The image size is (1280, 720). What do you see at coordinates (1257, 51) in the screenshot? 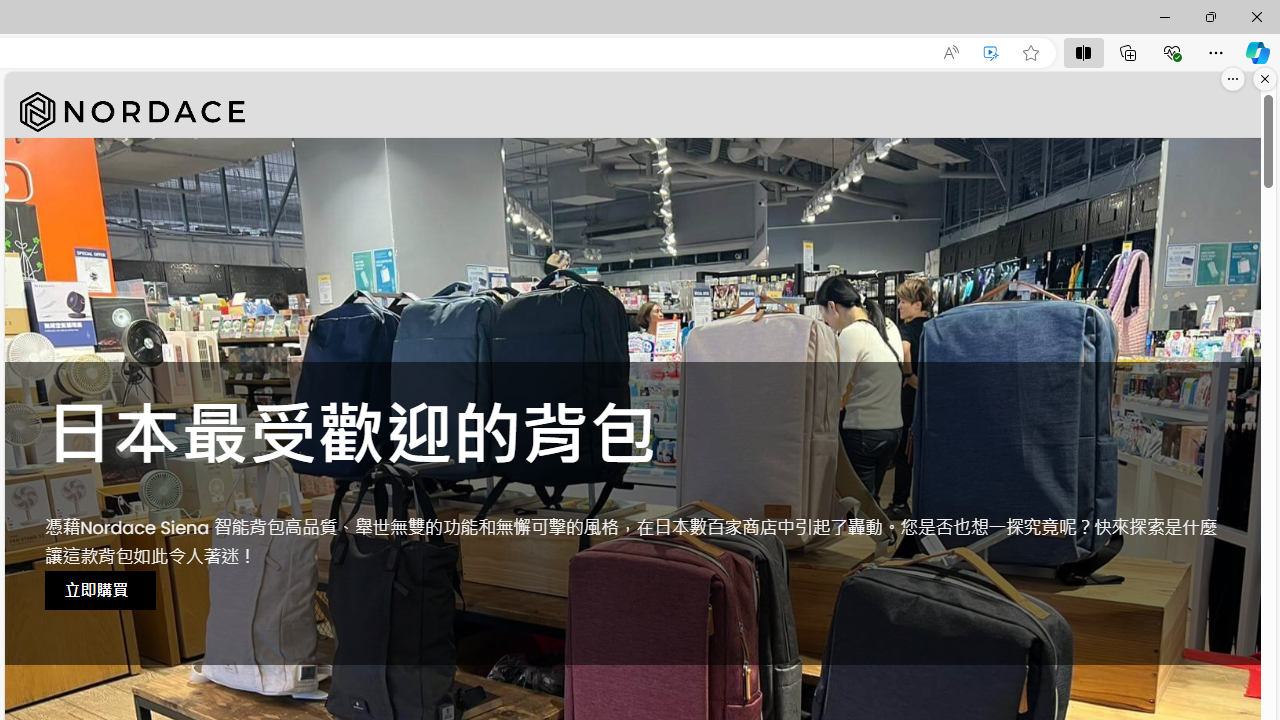
I see `'Copilot (Ctrl+Shift+.)'` at bounding box center [1257, 51].